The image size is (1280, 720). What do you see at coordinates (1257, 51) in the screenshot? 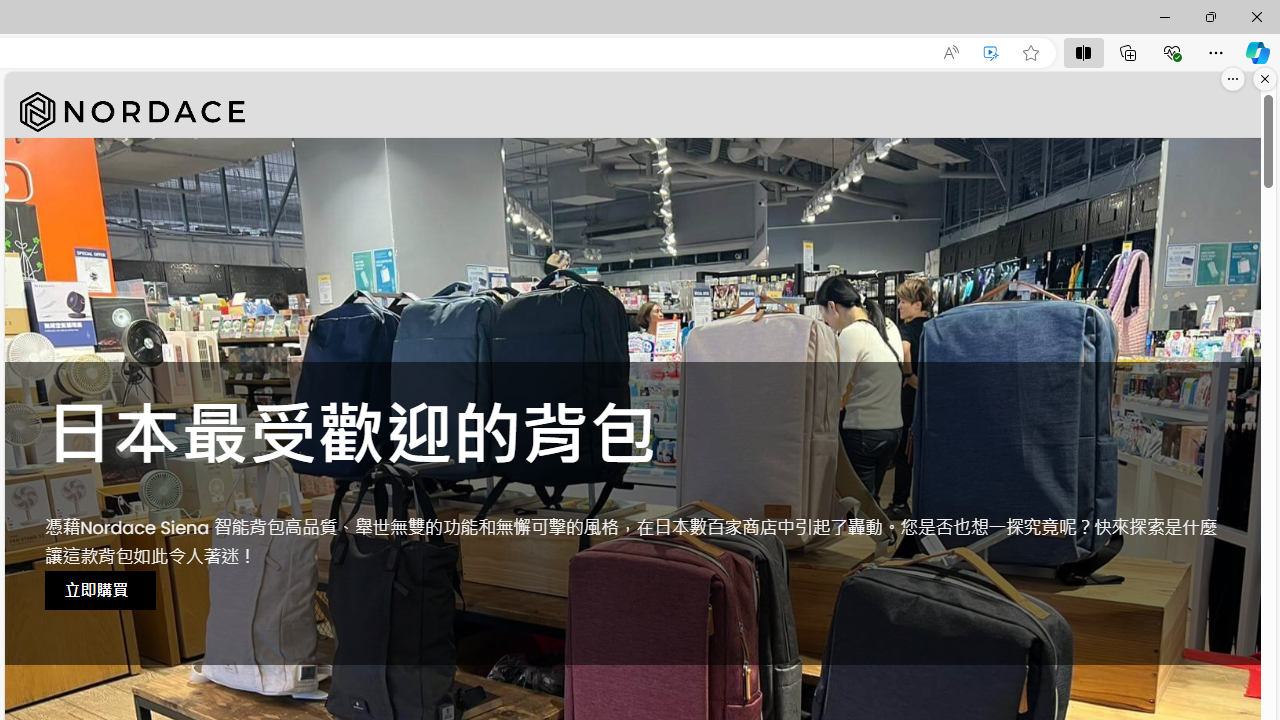
I see `'Copilot (Ctrl+Shift+.)'` at bounding box center [1257, 51].